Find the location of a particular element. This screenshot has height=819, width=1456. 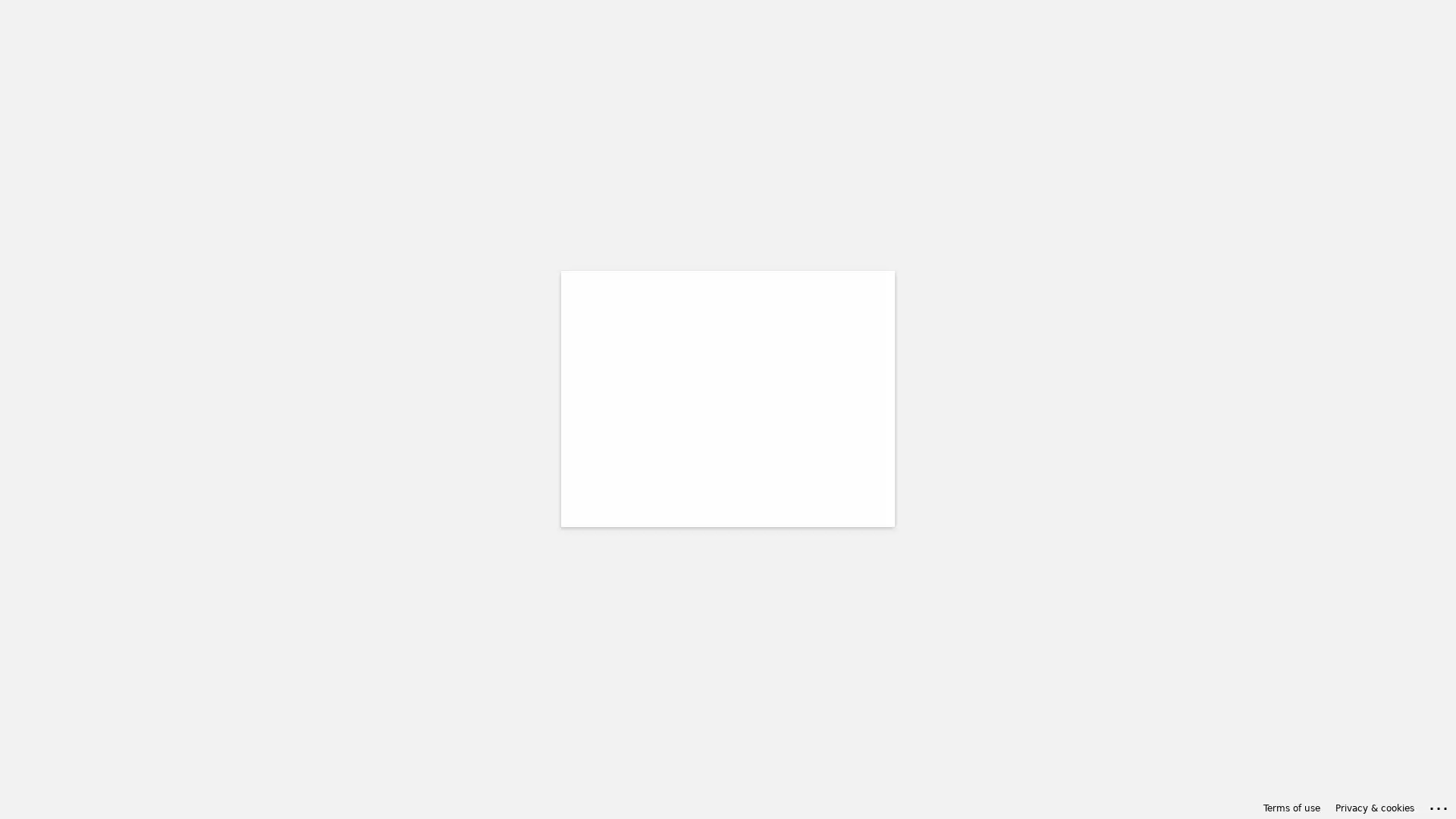

Click here for troubleshooting information is located at coordinates (1439, 805).